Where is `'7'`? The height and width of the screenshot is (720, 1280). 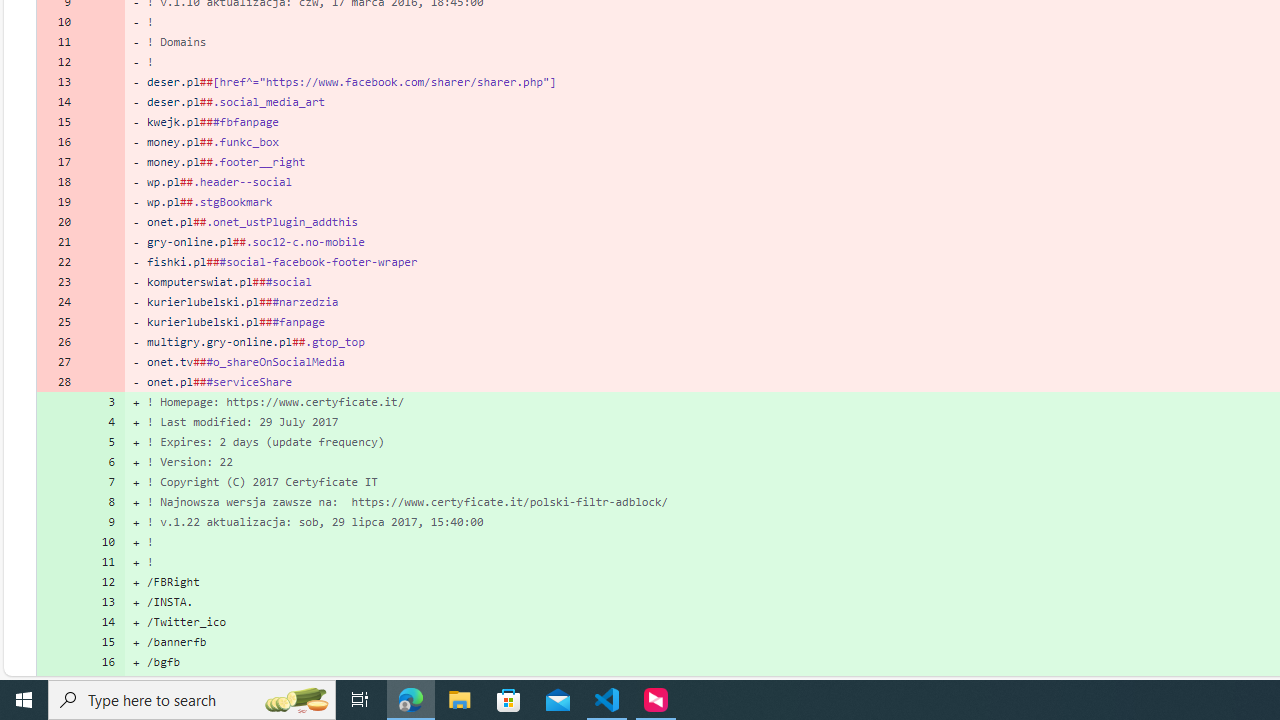 '7' is located at coordinates (102, 482).